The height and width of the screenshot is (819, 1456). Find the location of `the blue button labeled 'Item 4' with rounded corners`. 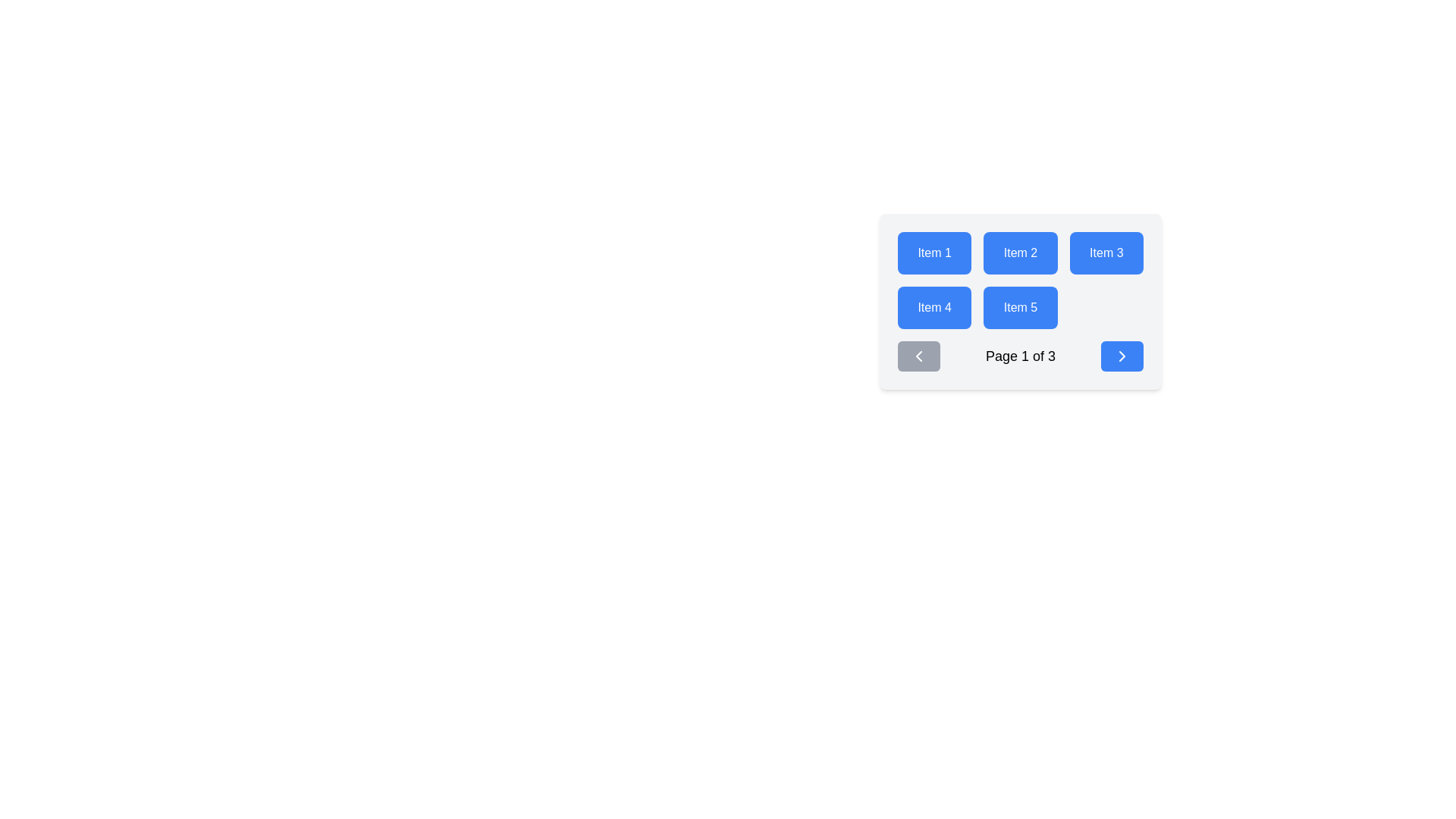

the blue button labeled 'Item 4' with rounded corners is located at coordinates (934, 307).